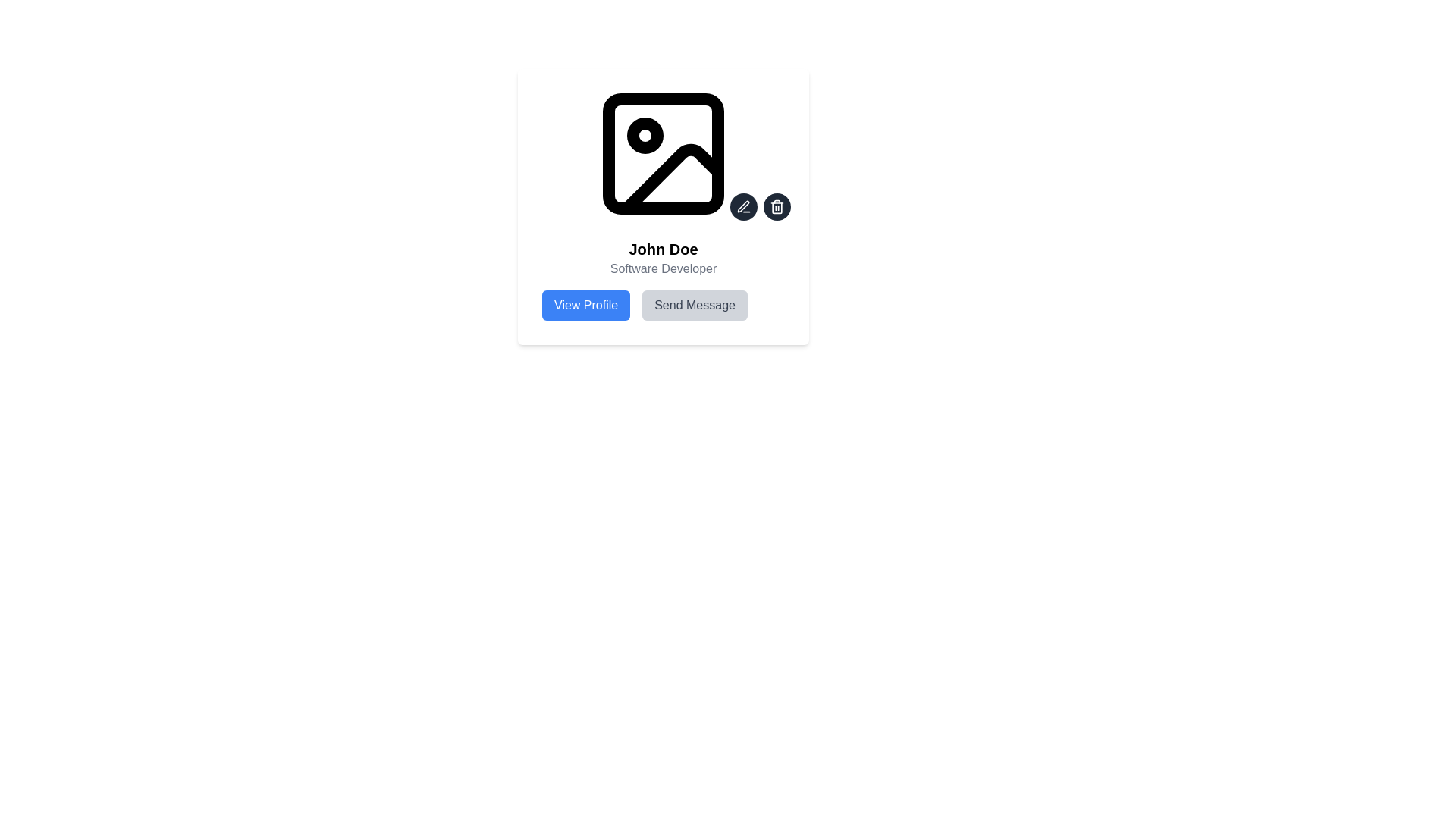 The width and height of the screenshot is (1456, 819). Describe the element at coordinates (663, 154) in the screenshot. I see `the graphic element located at the top-left corner of a photo frame icon` at that location.